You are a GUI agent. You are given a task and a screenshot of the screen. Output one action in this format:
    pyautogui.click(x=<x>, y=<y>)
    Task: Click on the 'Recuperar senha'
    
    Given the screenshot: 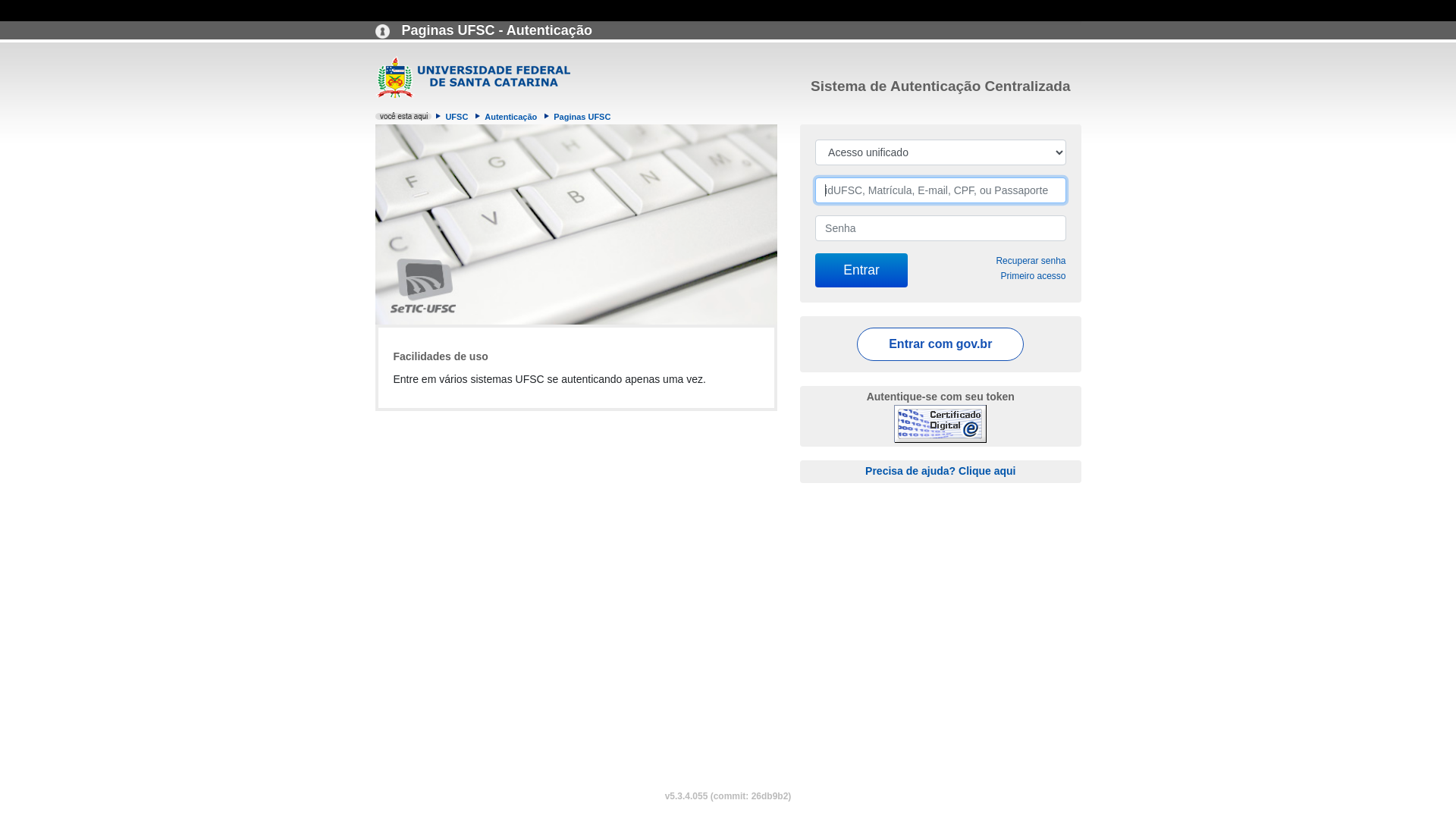 What is the action you would take?
    pyautogui.click(x=996, y=259)
    